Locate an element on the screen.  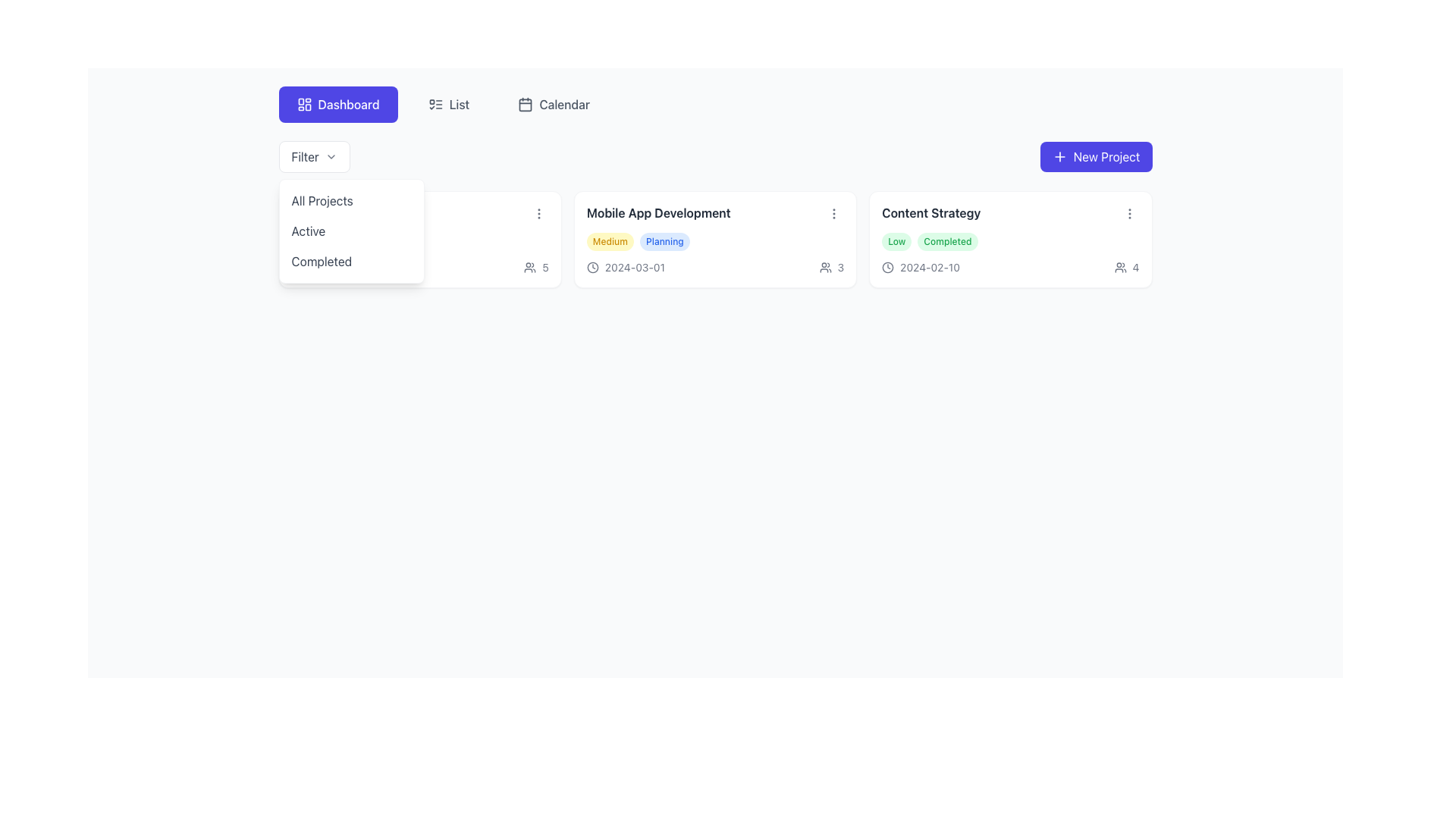
the icon featuring a clock design surrounded by a circle, located within the 'Content Strategy' card, aligned with the date '2024-02-10' is located at coordinates (888, 267).